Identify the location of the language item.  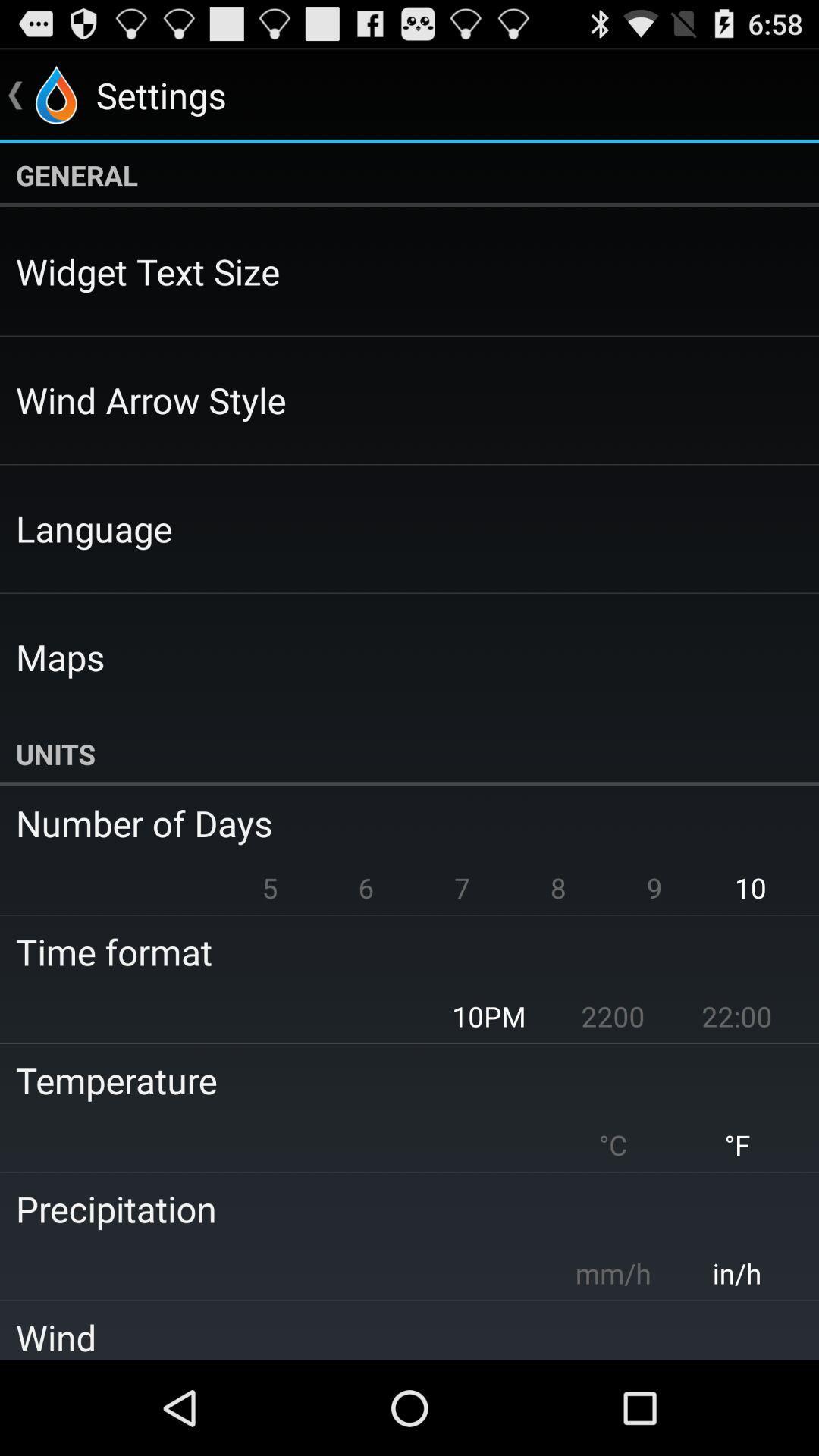
(94, 529).